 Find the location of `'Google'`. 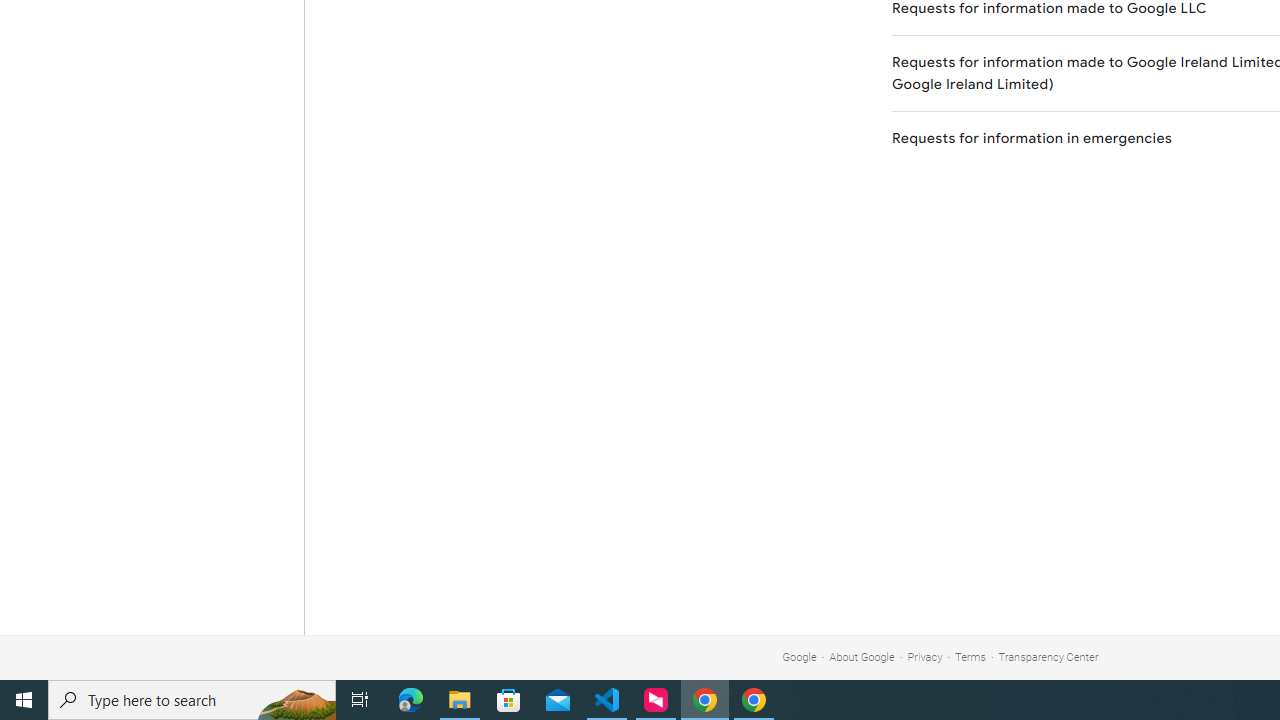

'Google' is located at coordinates (798, 657).